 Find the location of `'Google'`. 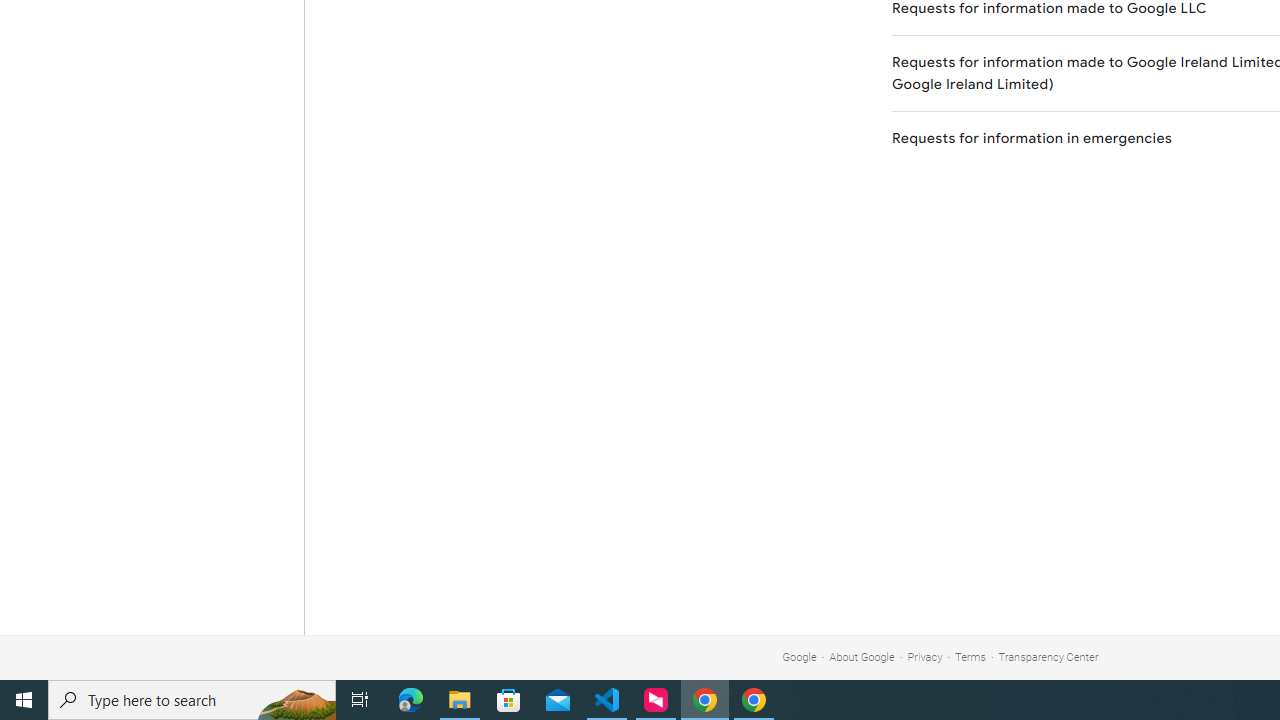

'Google' is located at coordinates (798, 657).